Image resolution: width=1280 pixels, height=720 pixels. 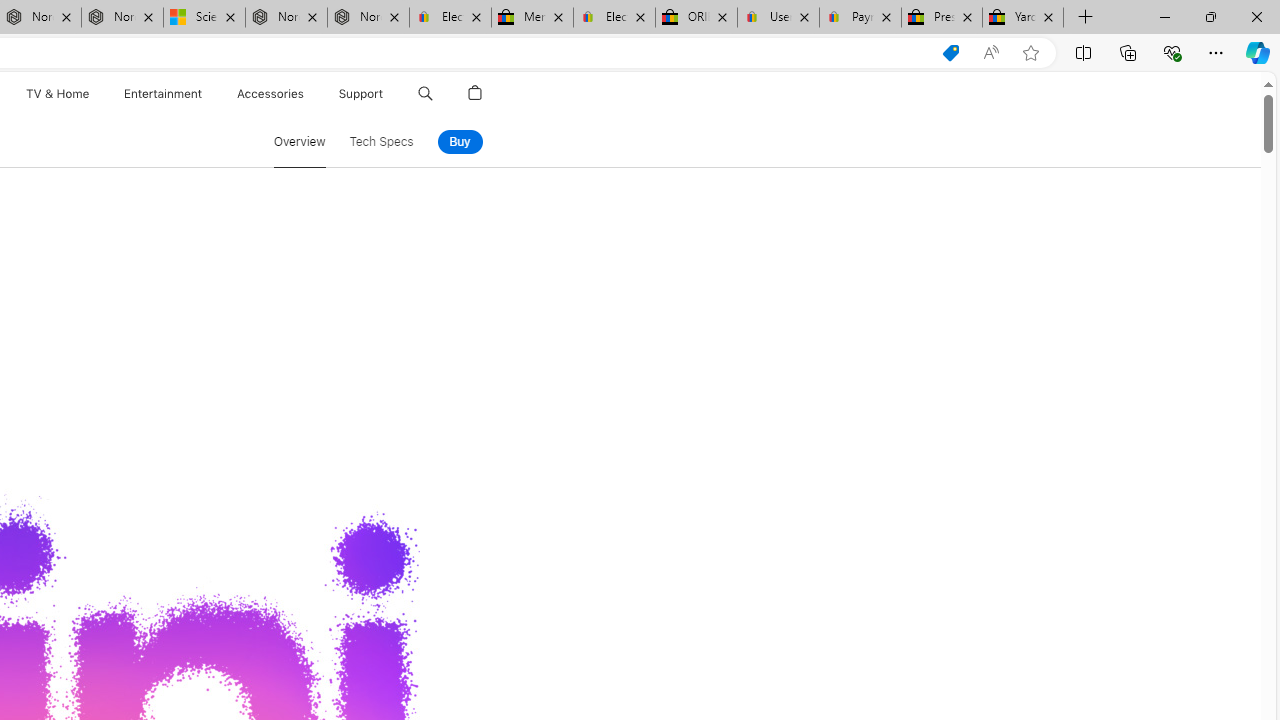 I want to click on 'Accessories', so click(x=269, y=93).